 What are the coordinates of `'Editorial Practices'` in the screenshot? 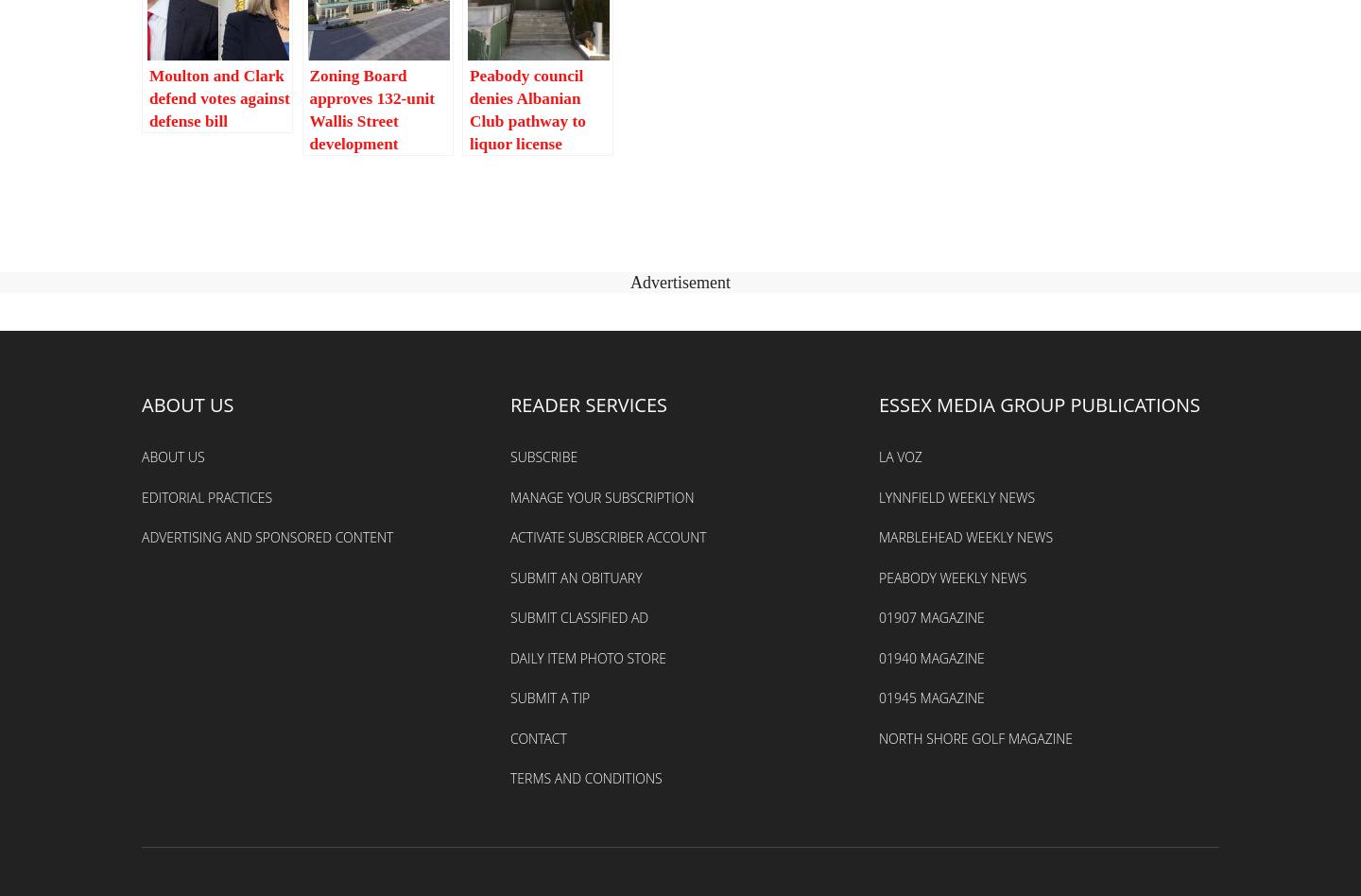 It's located at (207, 496).